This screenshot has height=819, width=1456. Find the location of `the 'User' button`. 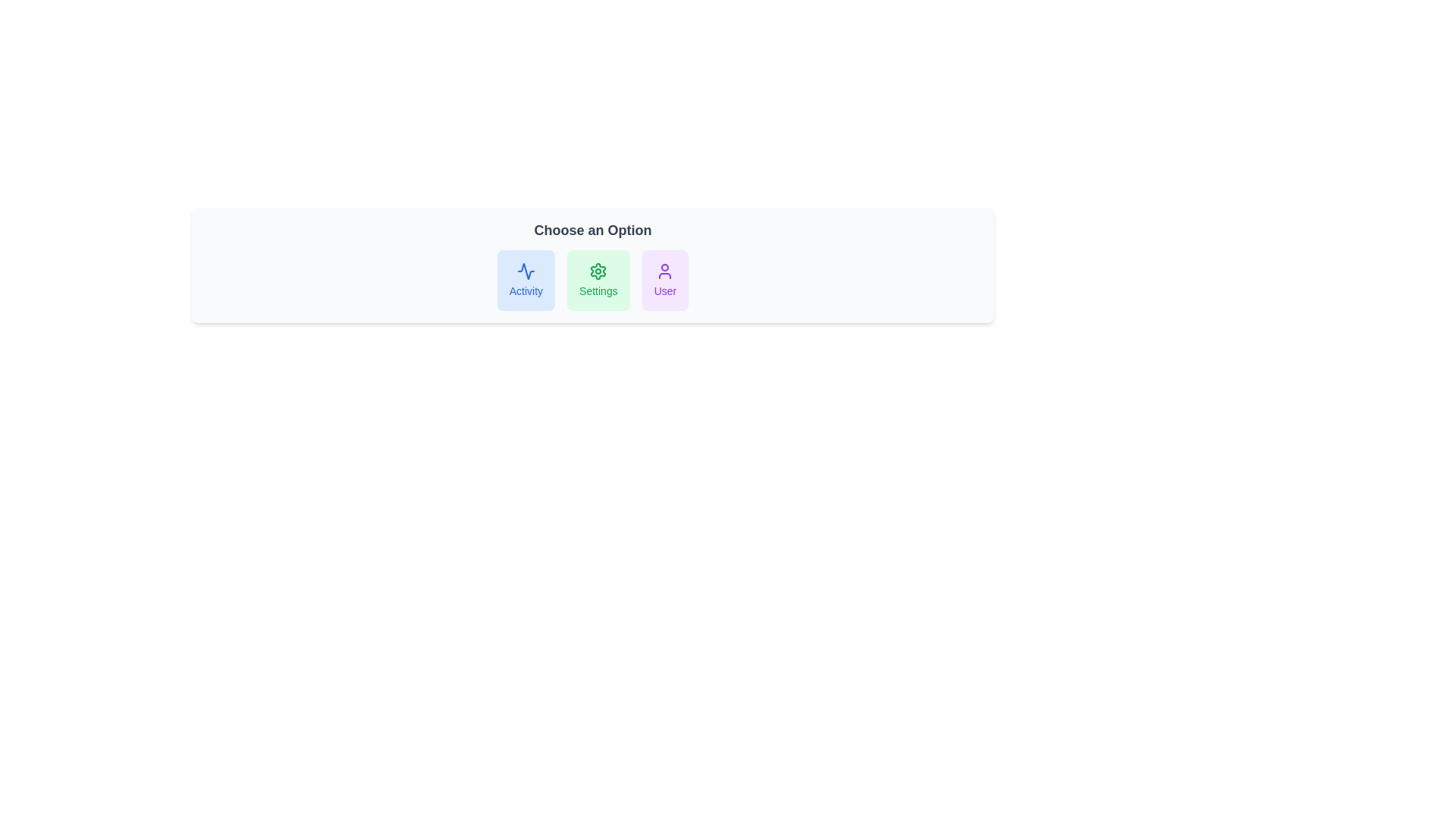

the 'User' button is located at coordinates (665, 281).